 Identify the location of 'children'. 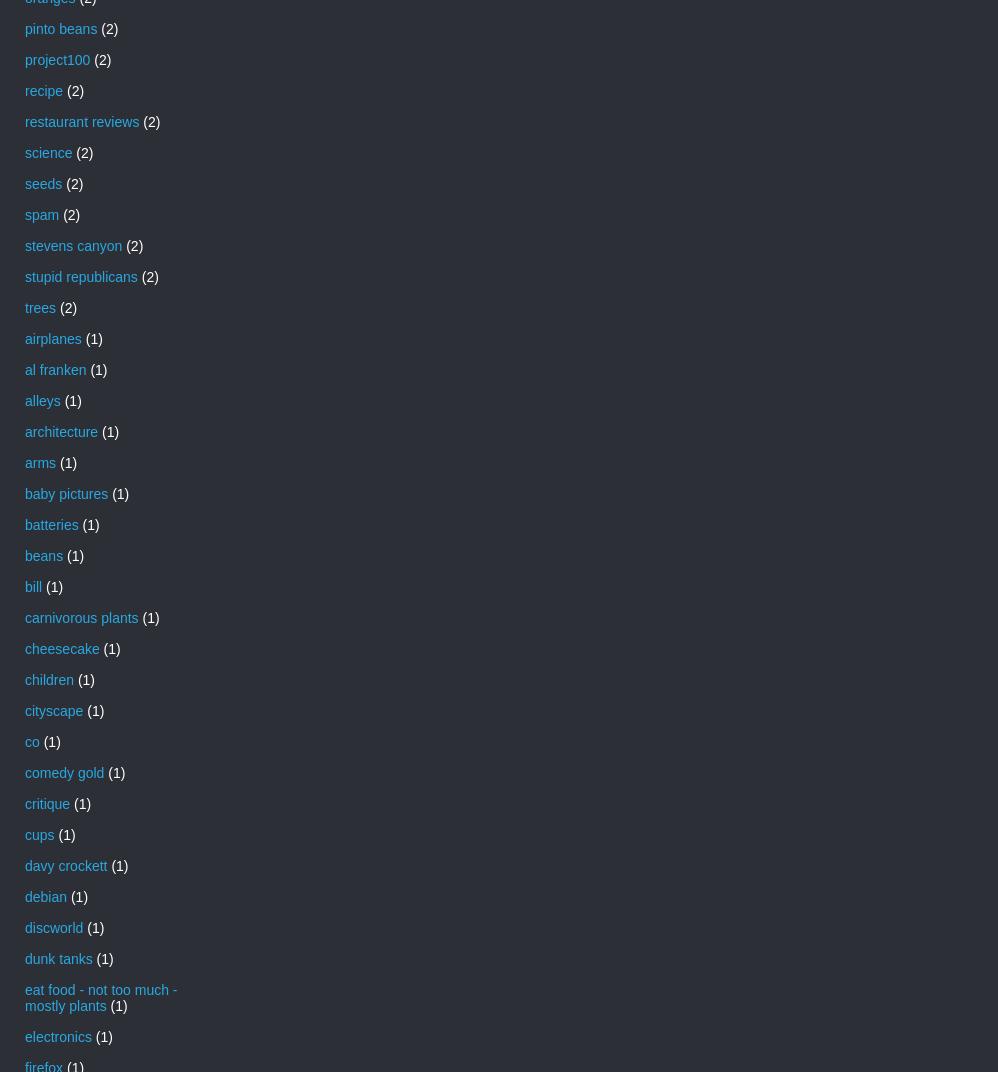
(49, 678).